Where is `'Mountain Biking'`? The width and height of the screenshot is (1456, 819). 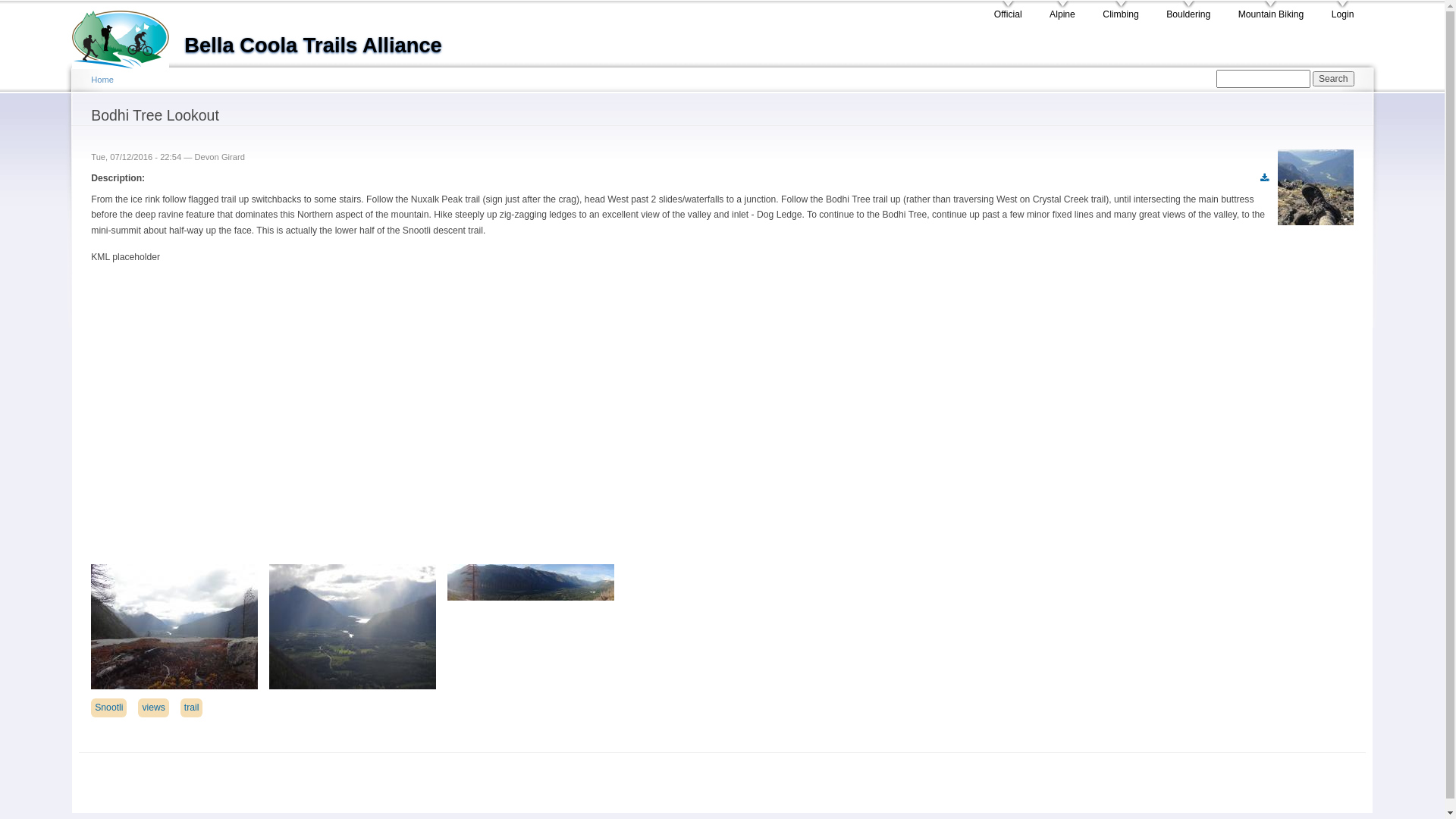
'Mountain Biking' is located at coordinates (1238, 11).